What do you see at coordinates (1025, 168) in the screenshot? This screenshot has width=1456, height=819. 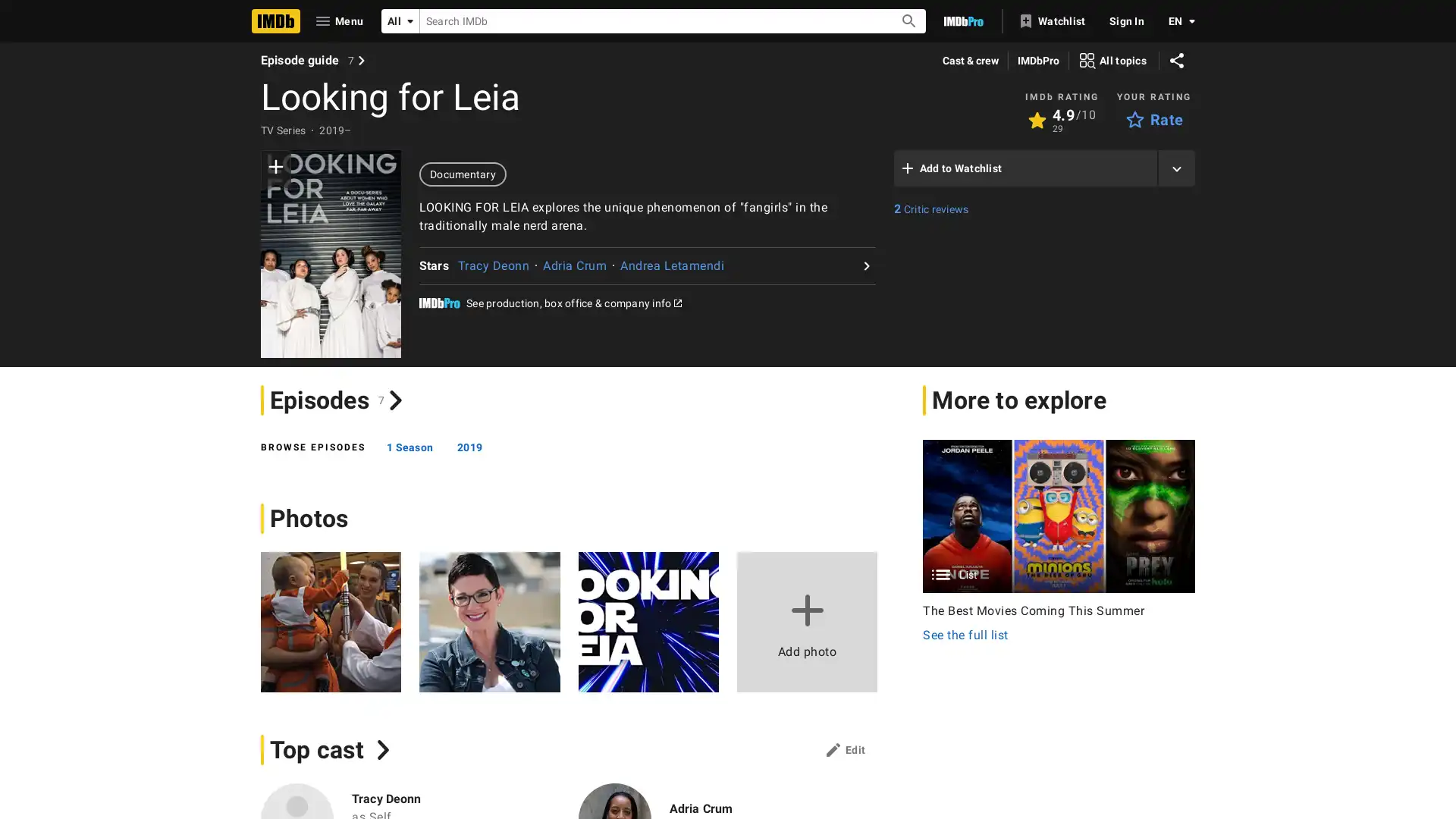 I see `Add to Watchlist` at bounding box center [1025, 168].